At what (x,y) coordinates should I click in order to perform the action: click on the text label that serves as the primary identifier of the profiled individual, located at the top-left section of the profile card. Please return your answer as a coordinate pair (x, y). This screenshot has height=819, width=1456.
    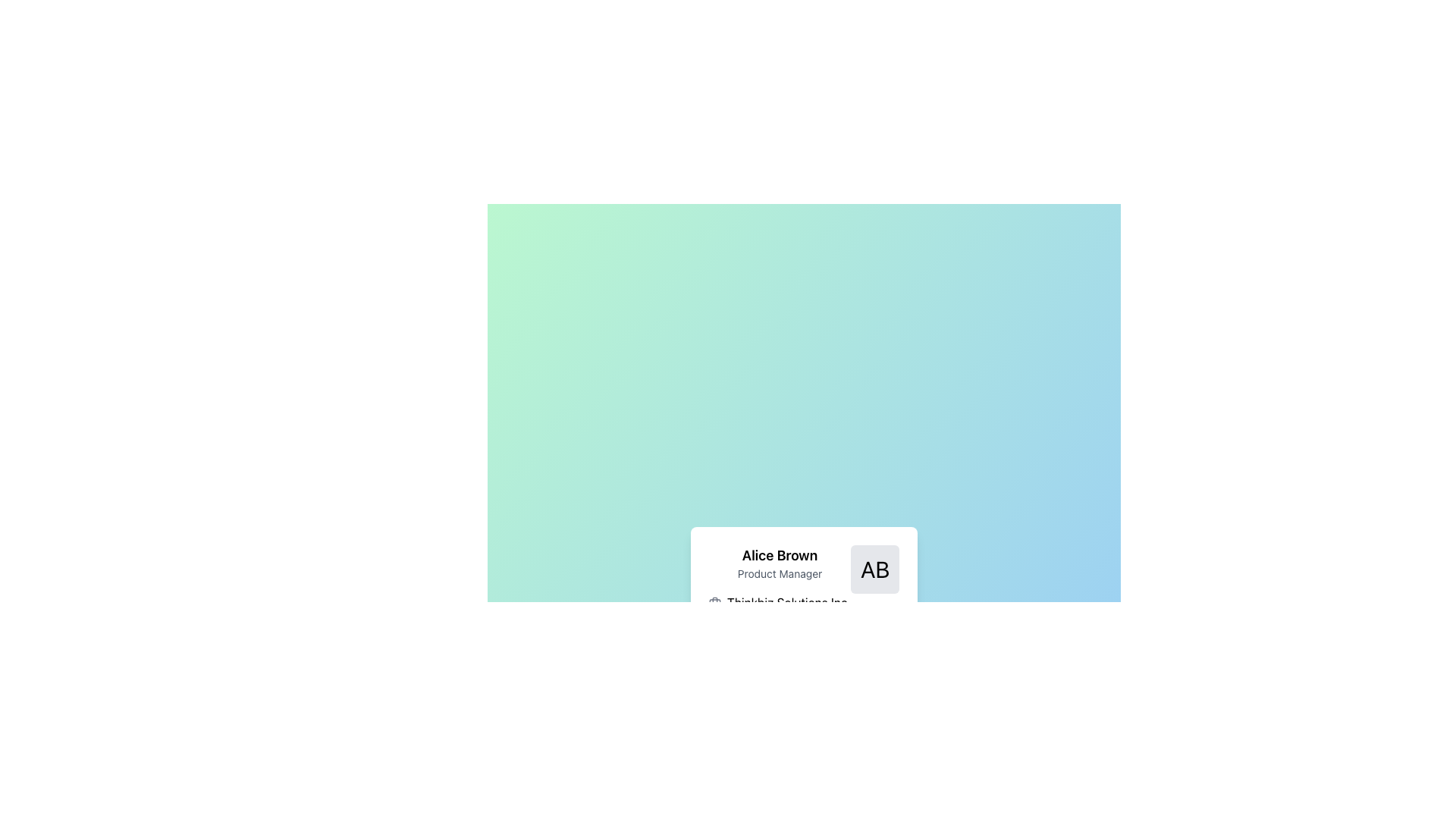
    Looking at the image, I should click on (780, 555).